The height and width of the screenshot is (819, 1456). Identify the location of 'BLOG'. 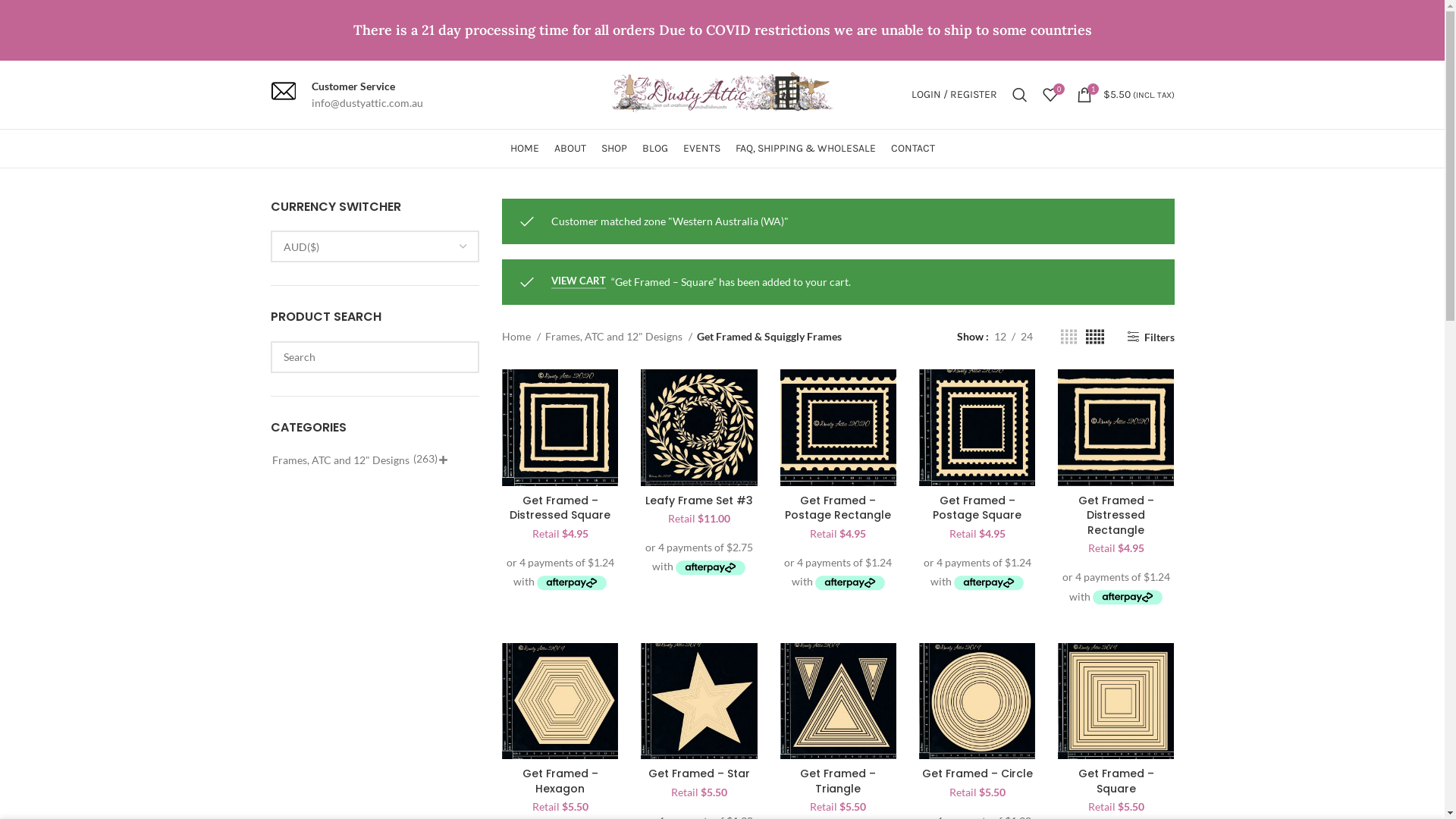
(654, 149).